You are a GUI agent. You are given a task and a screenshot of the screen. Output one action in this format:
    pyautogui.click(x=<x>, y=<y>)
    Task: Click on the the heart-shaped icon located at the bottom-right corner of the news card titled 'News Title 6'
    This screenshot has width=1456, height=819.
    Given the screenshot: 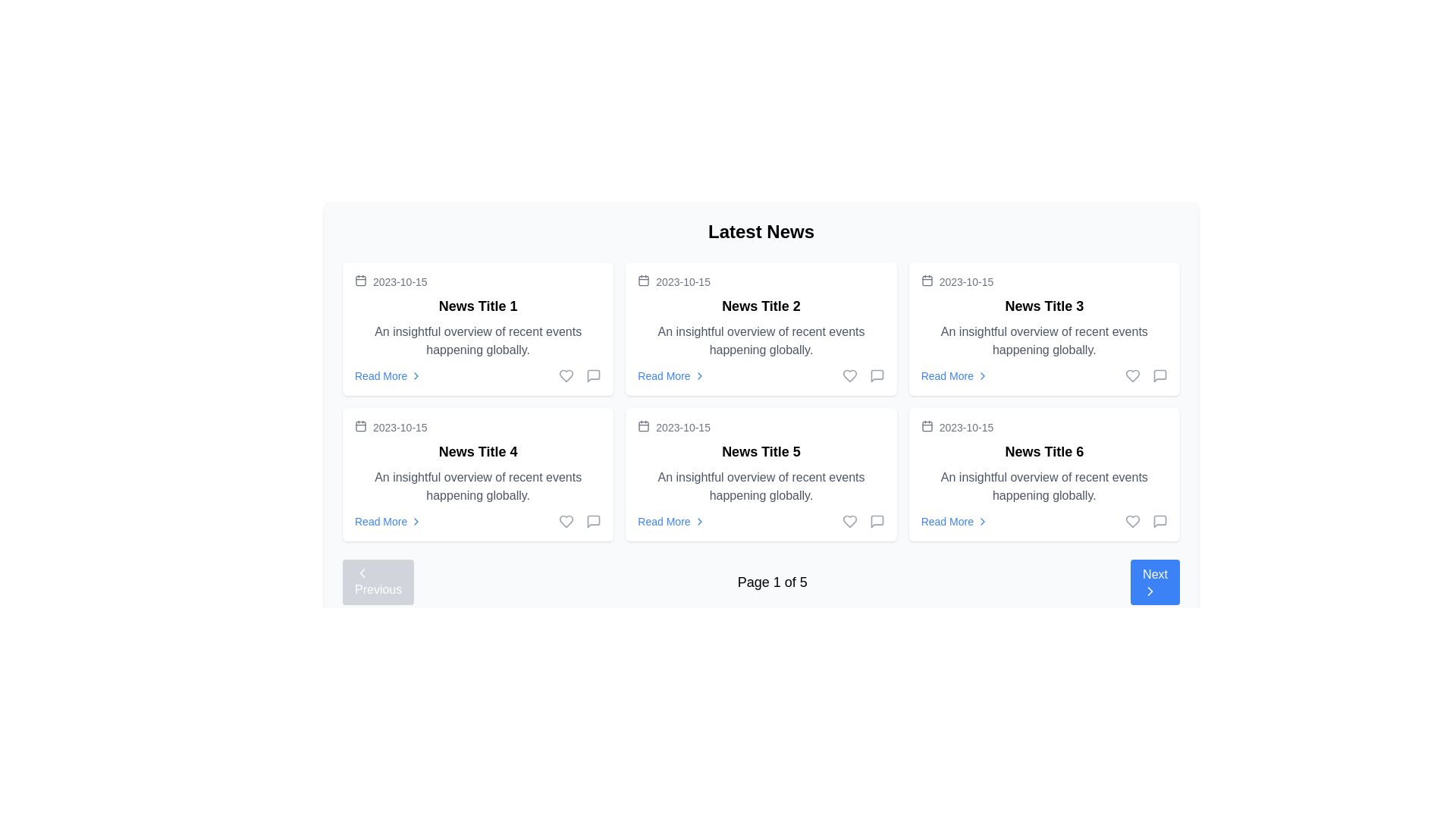 What is the action you would take?
    pyautogui.click(x=1132, y=520)
    